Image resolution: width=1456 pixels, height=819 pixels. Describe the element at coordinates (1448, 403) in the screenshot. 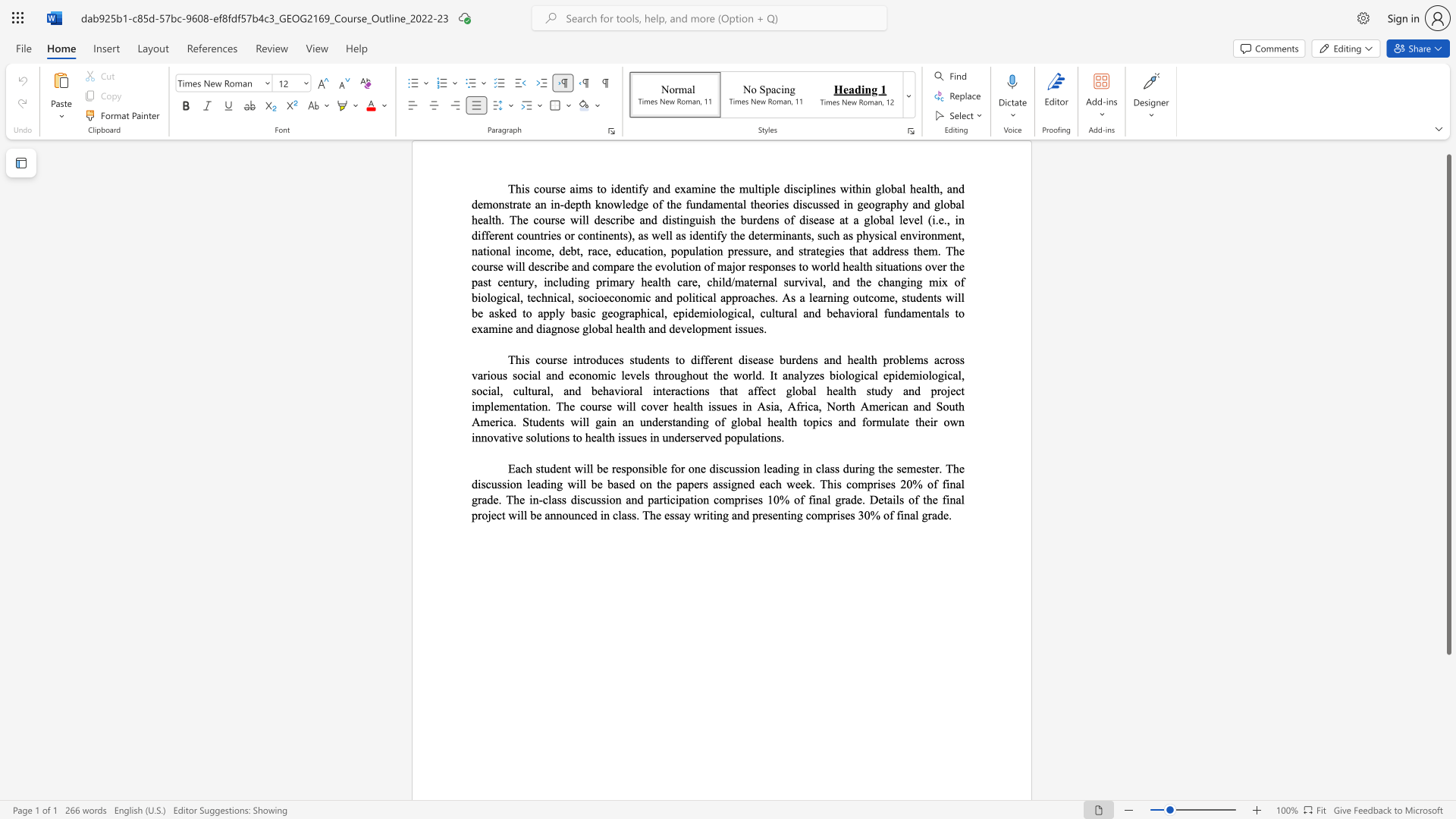

I see `the scrollbar and move down 140 pixels` at that location.